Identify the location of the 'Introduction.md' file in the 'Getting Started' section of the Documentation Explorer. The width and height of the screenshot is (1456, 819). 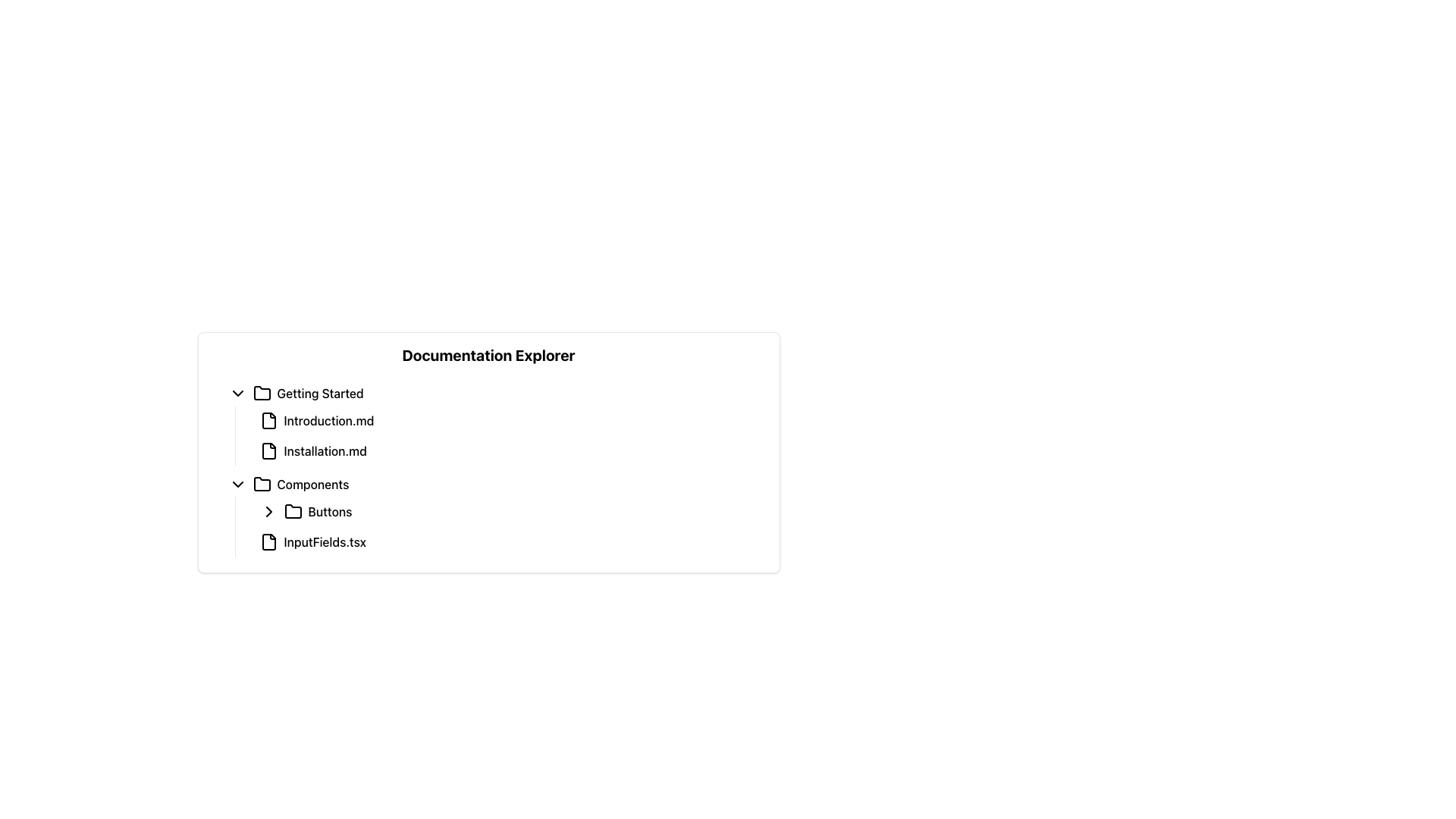
(315, 421).